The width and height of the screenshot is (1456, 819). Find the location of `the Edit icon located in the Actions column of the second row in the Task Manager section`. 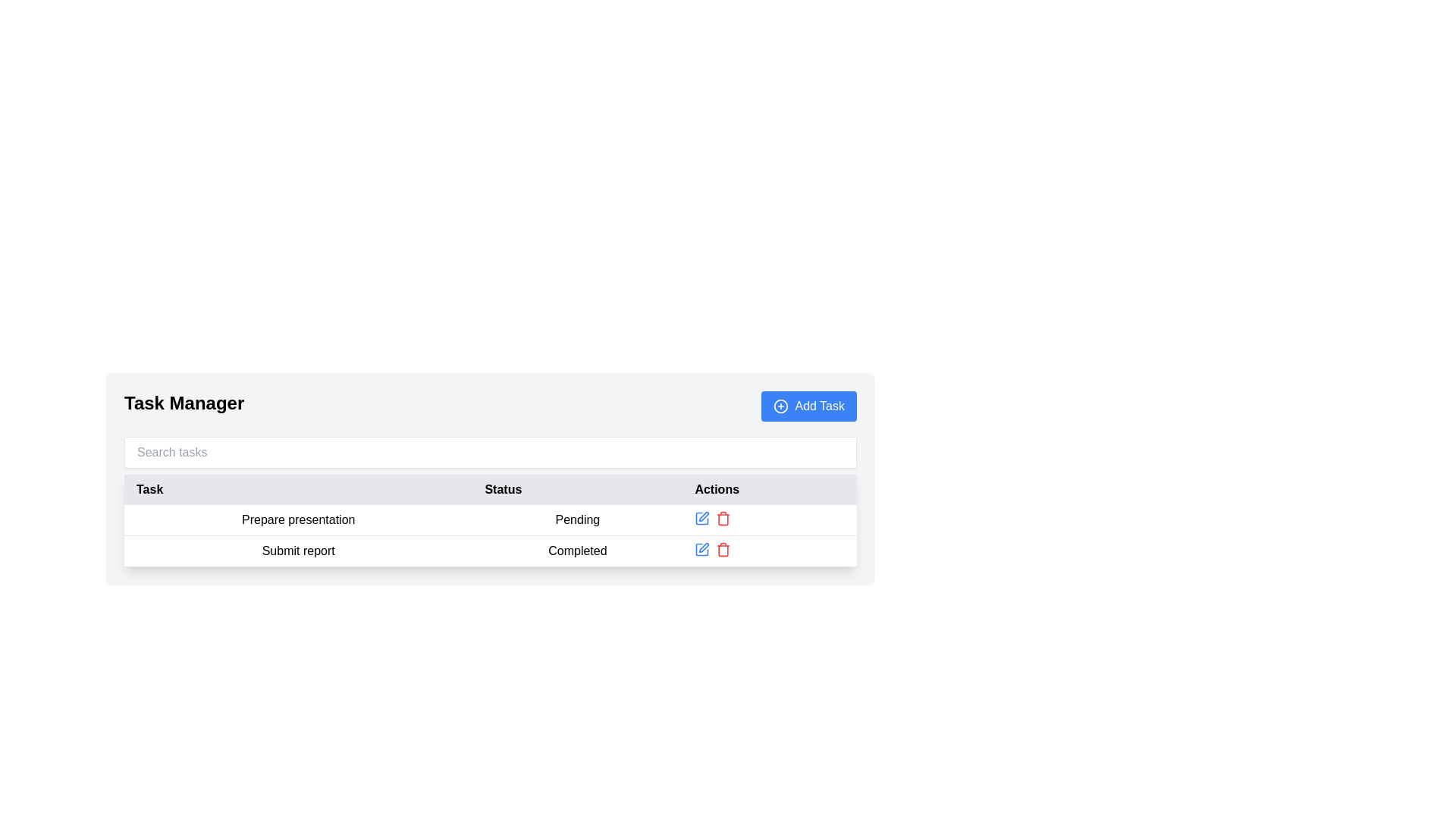

the Edit icon located in the Actions column of the second row in the Task Manager section is located at coordinates (703, 516).